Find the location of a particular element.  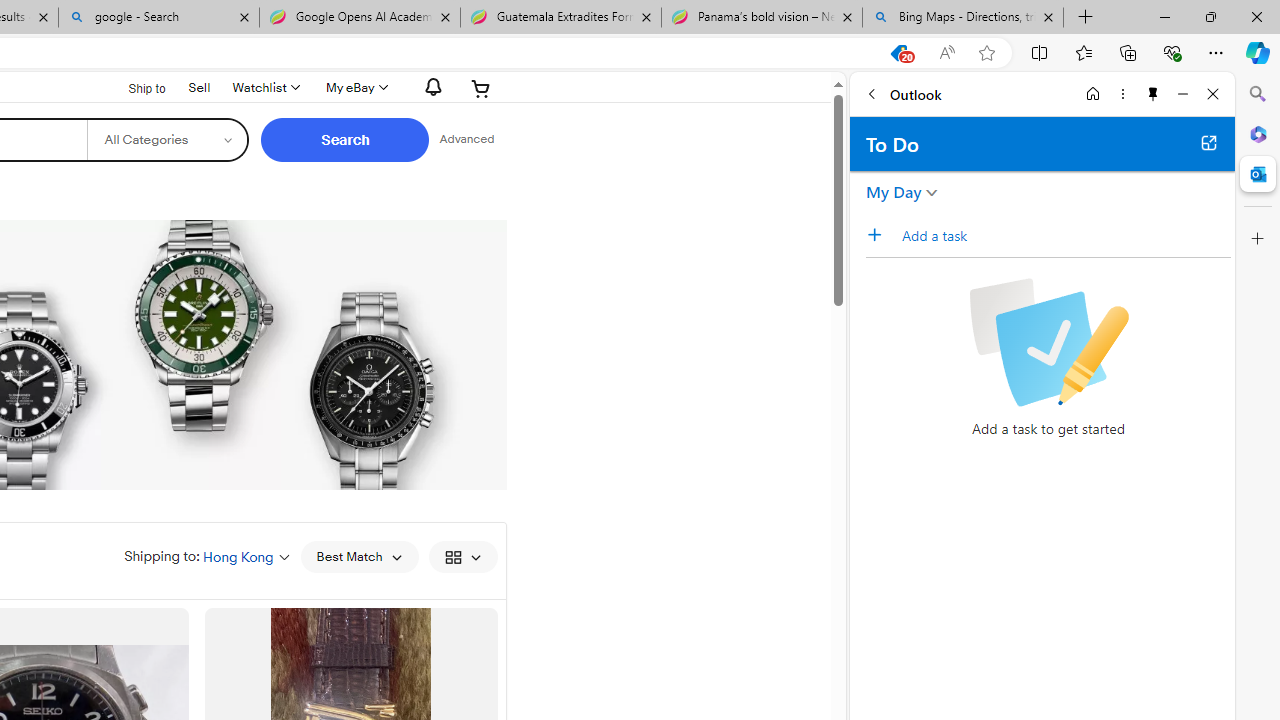

'My eBayExpand My eBay' is located at coordinates (355, 87).